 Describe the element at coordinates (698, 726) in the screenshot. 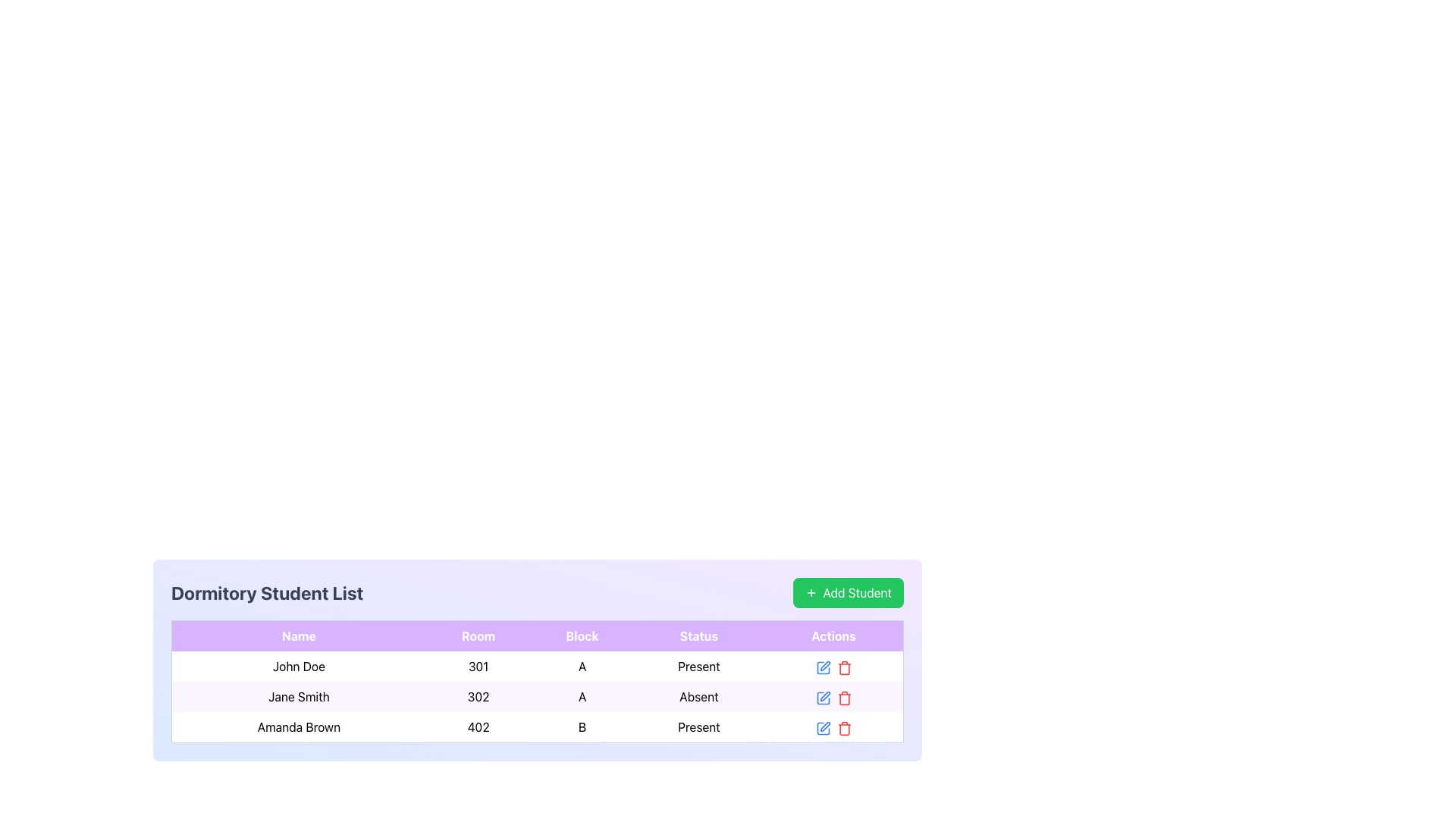

I see `the static label 'Present' in the 'Status' column for 'Amanda Brown' in the dormitory student list table` at that location.